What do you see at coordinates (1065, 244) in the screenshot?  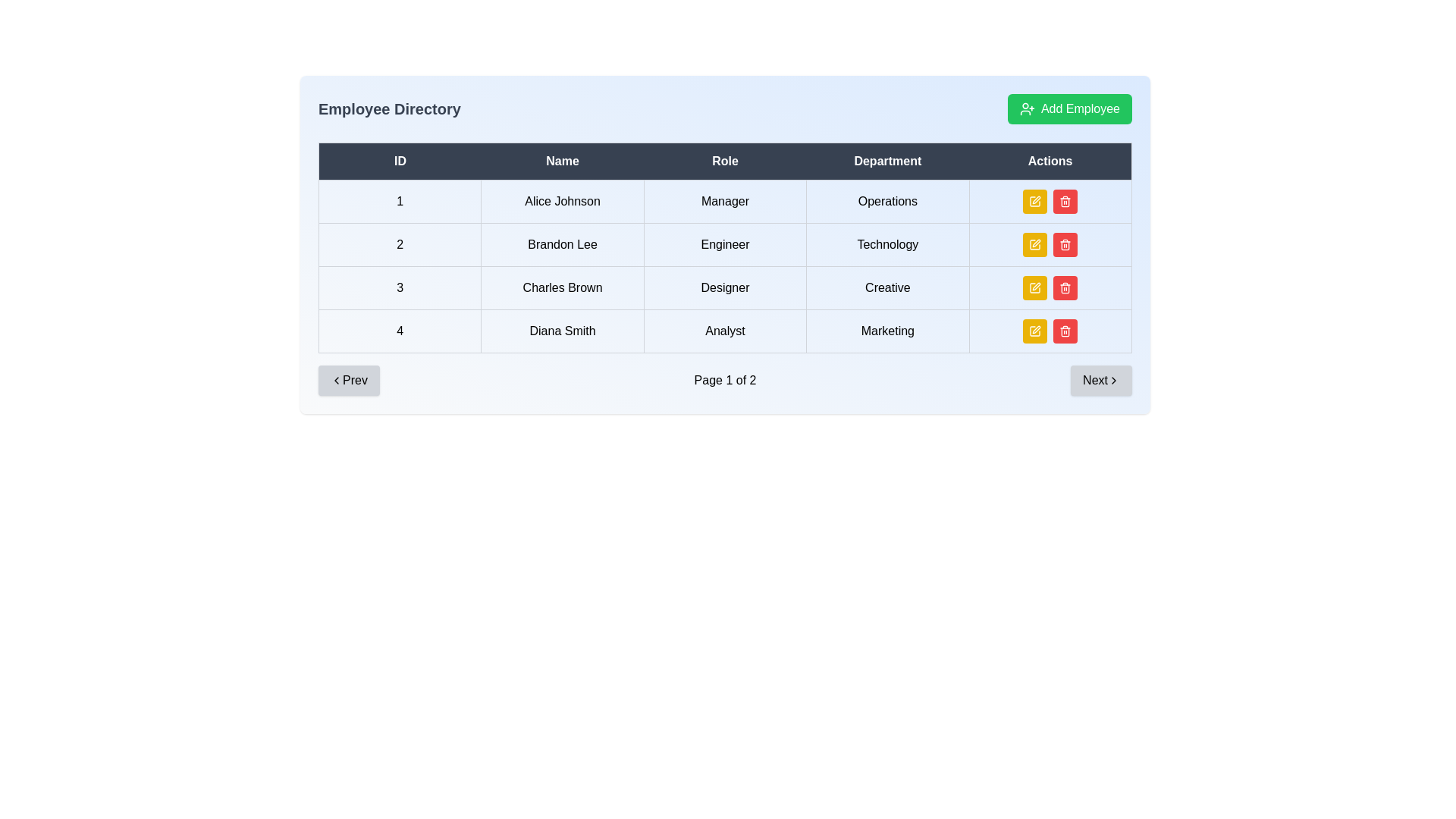 I see `the trash can icon with a red background located in the 'Actions' column of the fourth row in the table` at bounding box center [1065, 244].